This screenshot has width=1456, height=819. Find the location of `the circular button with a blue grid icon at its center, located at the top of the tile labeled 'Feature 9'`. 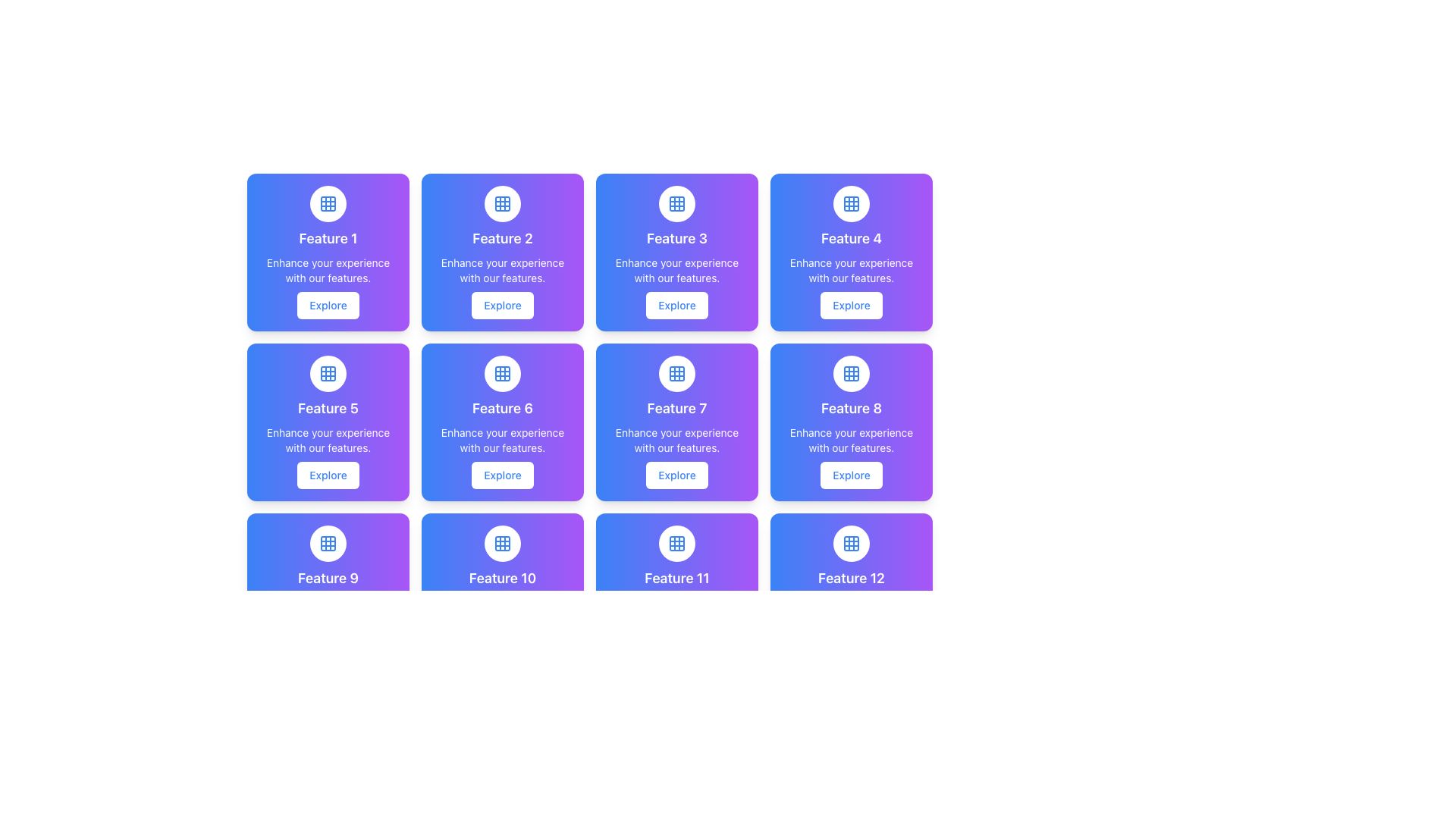

the circular button with a blue grid icon at its center, located at the top of the tile labeled 'Feature 9' is located at coordinates (327, 543).